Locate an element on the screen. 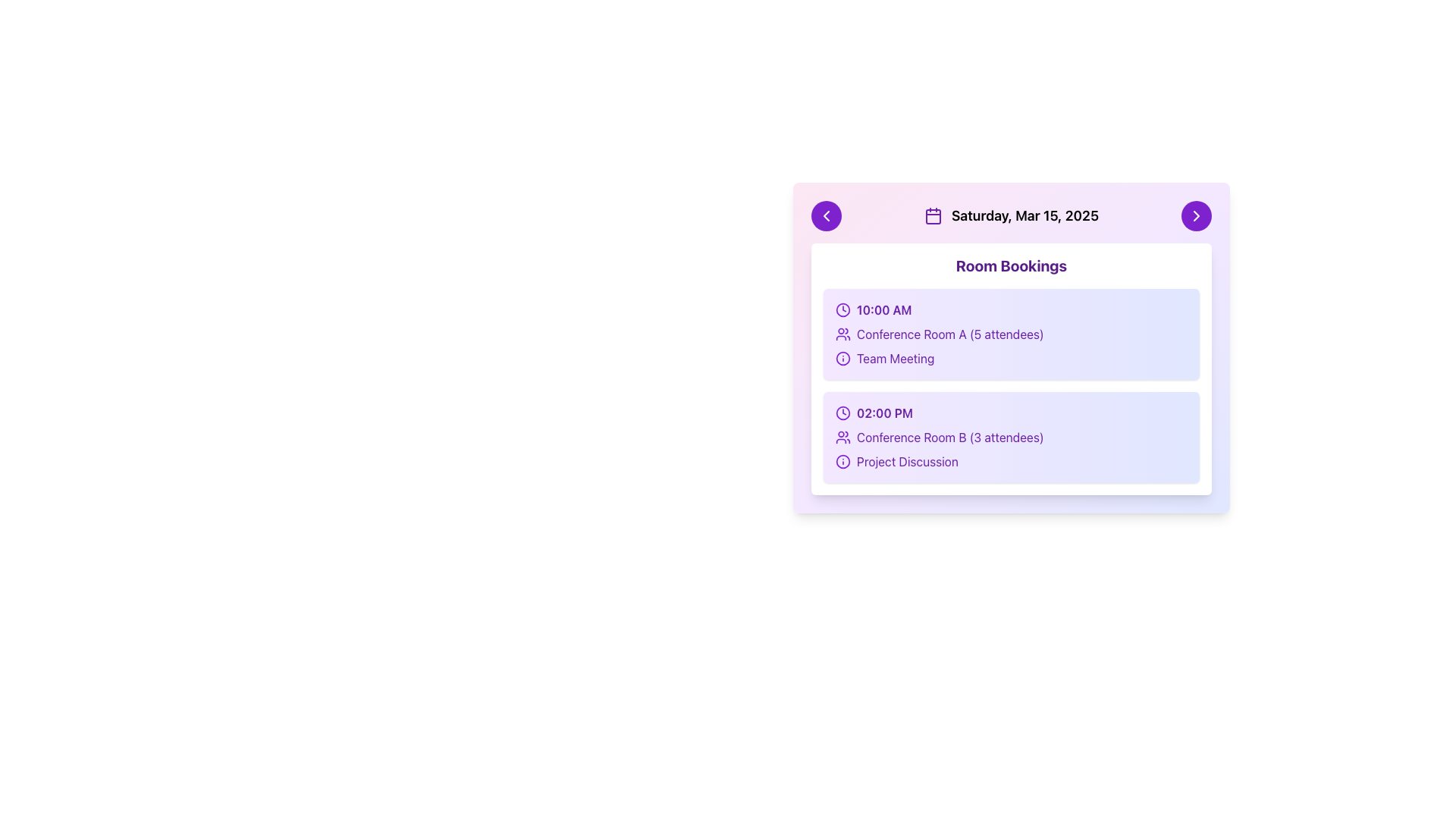 Image resolution: width=1456 pixels, height=819 pixels. the right-facing chevron arrow icon with a purple background circle located in the top-right corner of the Room Bookings section is located at coordinates (1196, 216).